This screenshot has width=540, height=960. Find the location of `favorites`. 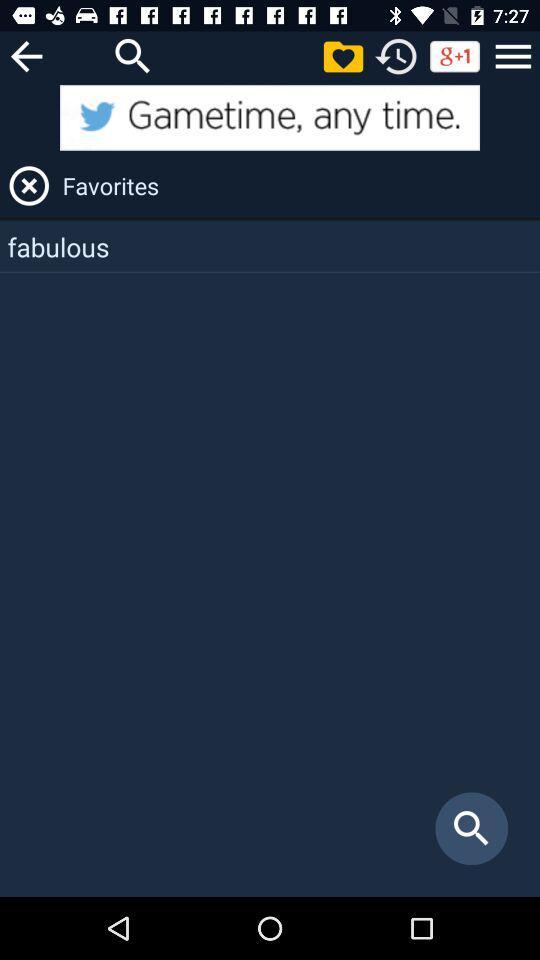

favorites is located at coordinates (342, 55).